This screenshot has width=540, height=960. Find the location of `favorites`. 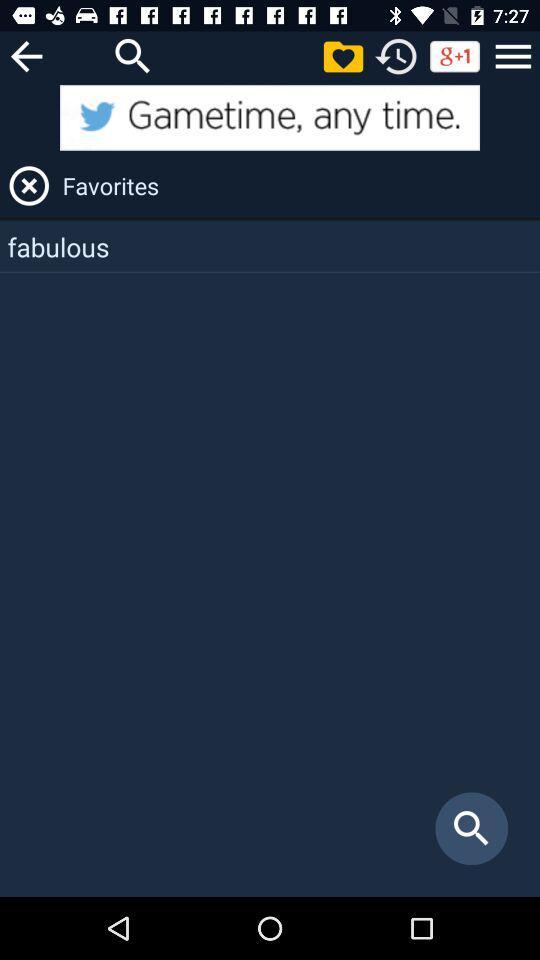

favorites is located at coordinates (342, 55).